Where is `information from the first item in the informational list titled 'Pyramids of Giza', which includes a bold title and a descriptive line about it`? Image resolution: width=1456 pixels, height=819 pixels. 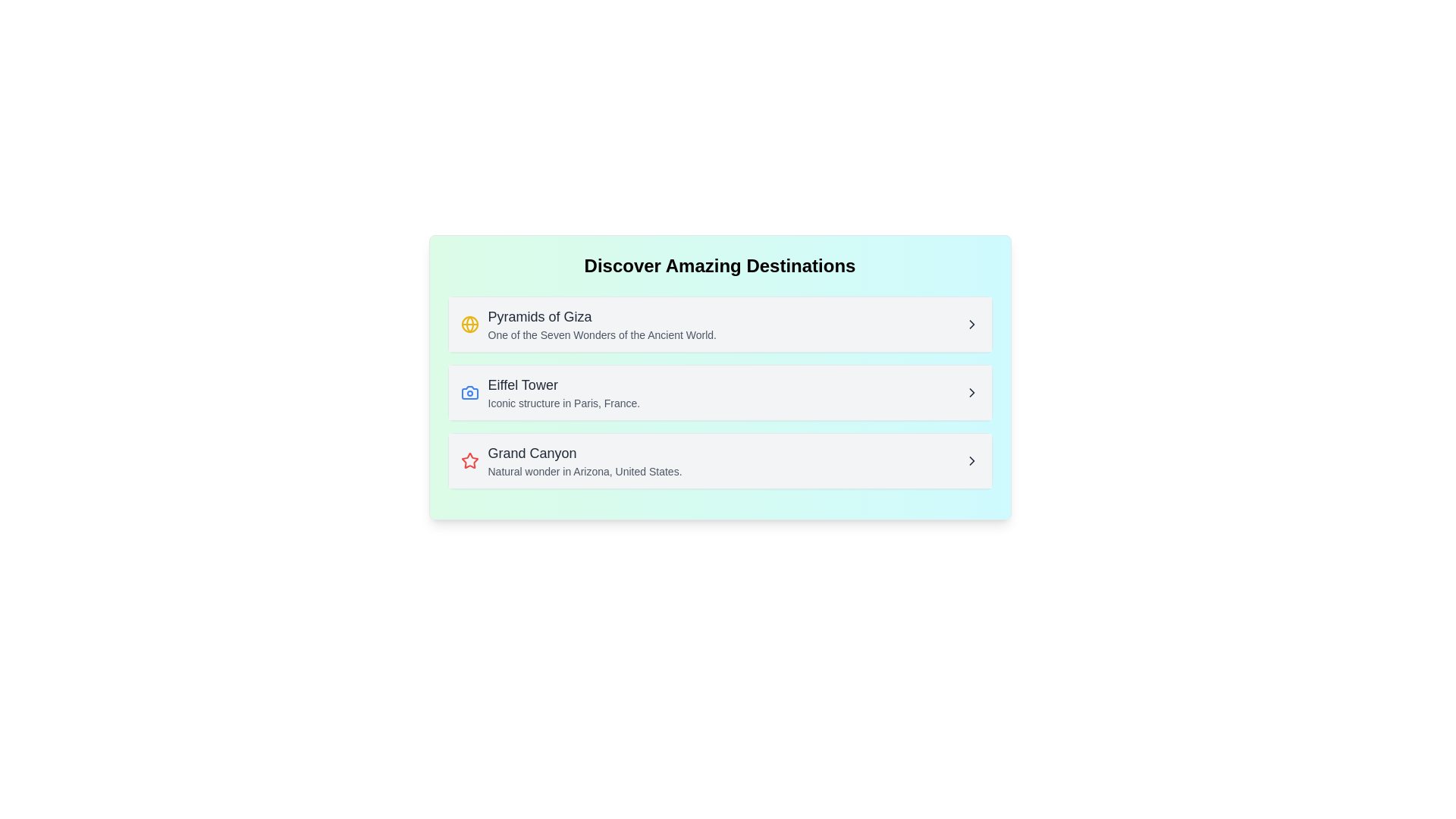 information from the first item in the informational list titled 'Pyramids of Giza', which includes a bold title and a descriptive line about it is located at coordinates (588, 324).